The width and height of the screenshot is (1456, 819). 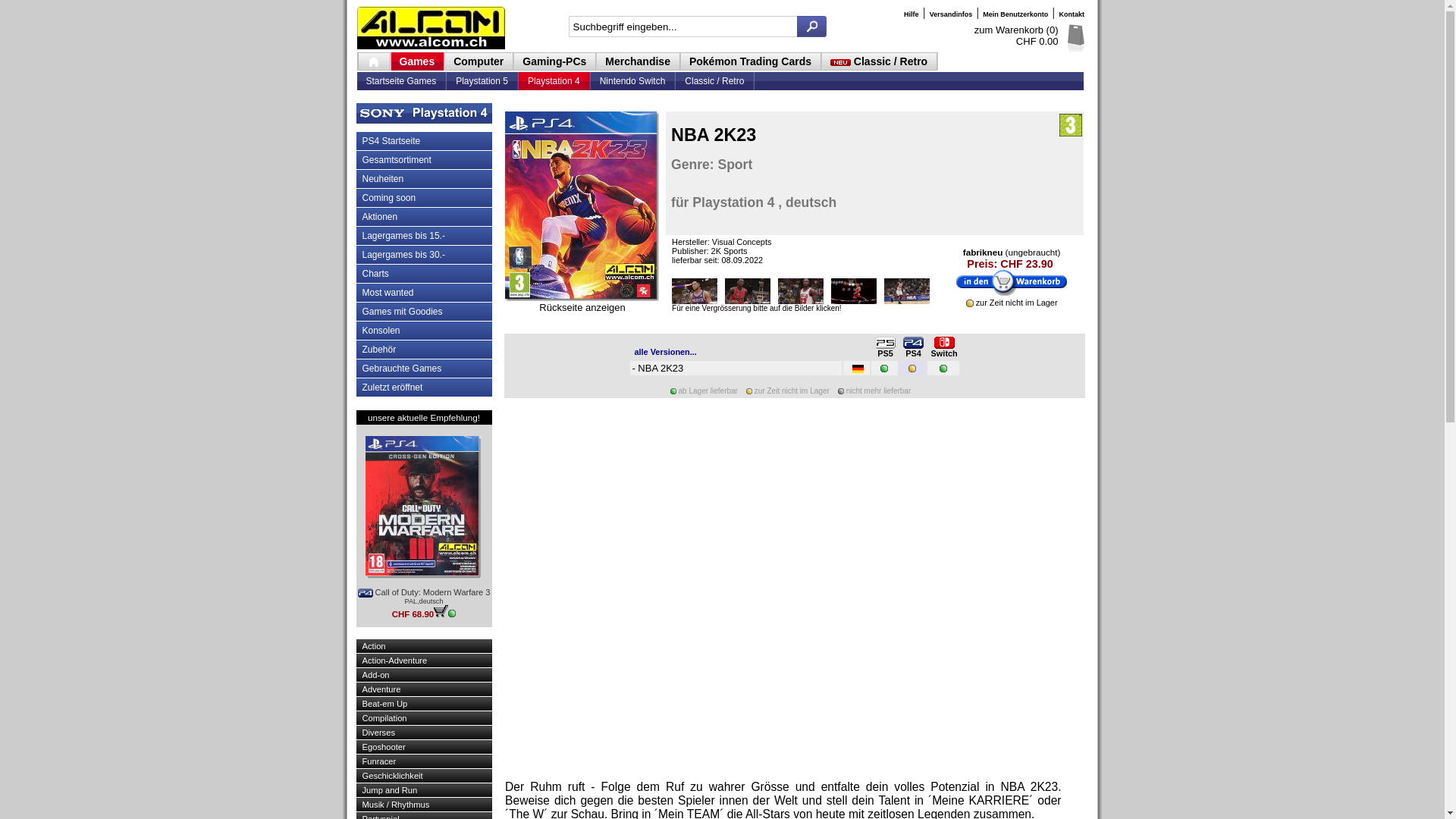 What do you see at coordinates (423, 417) in the screenshot?
I see `'unsere aktuelle Empfehlung!'` at bounding box center [423, 417].